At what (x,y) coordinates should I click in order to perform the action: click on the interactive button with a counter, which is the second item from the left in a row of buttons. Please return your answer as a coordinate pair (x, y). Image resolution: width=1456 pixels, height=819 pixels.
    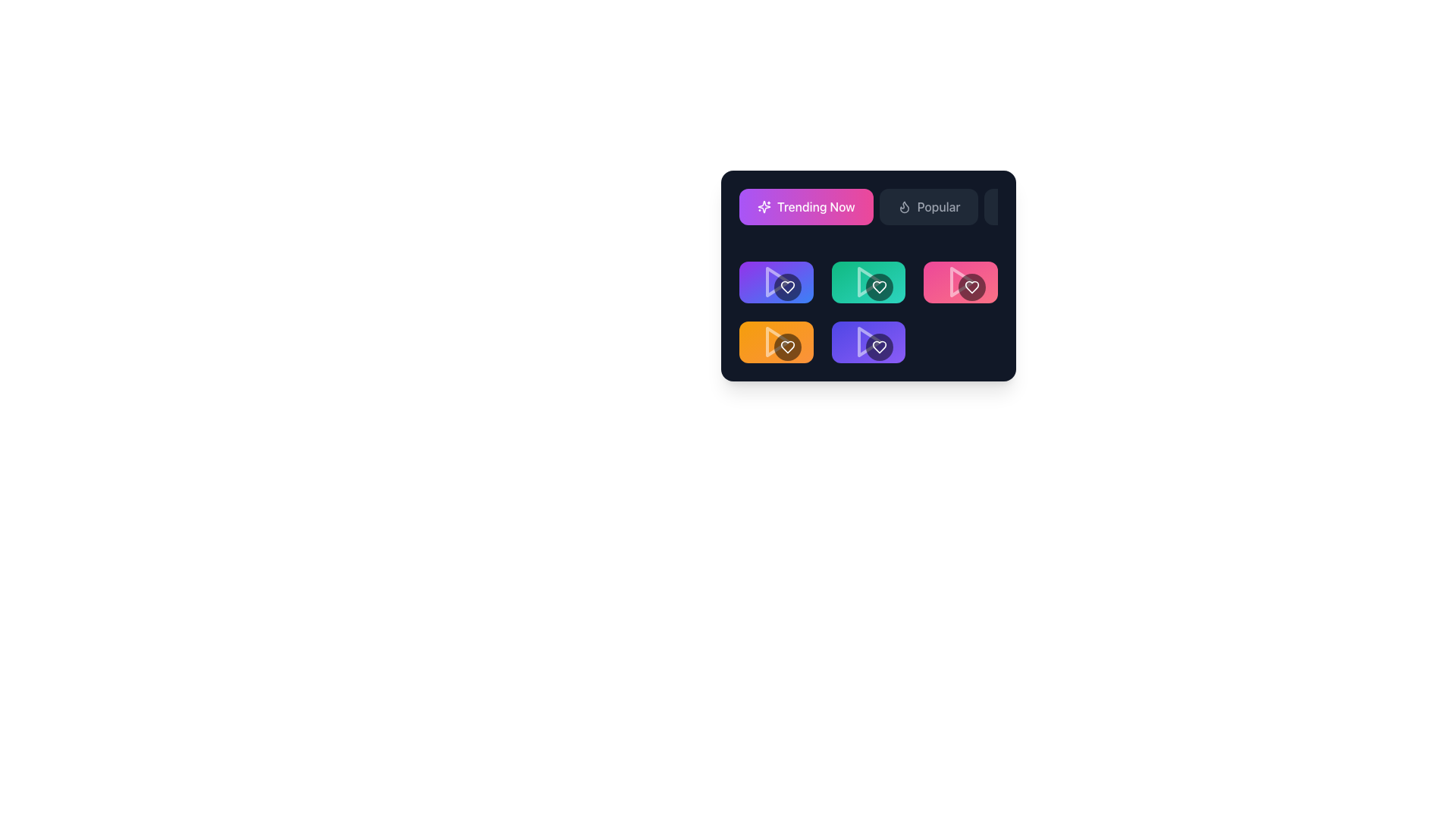
    Looking at the image, I should click on (972, 275).